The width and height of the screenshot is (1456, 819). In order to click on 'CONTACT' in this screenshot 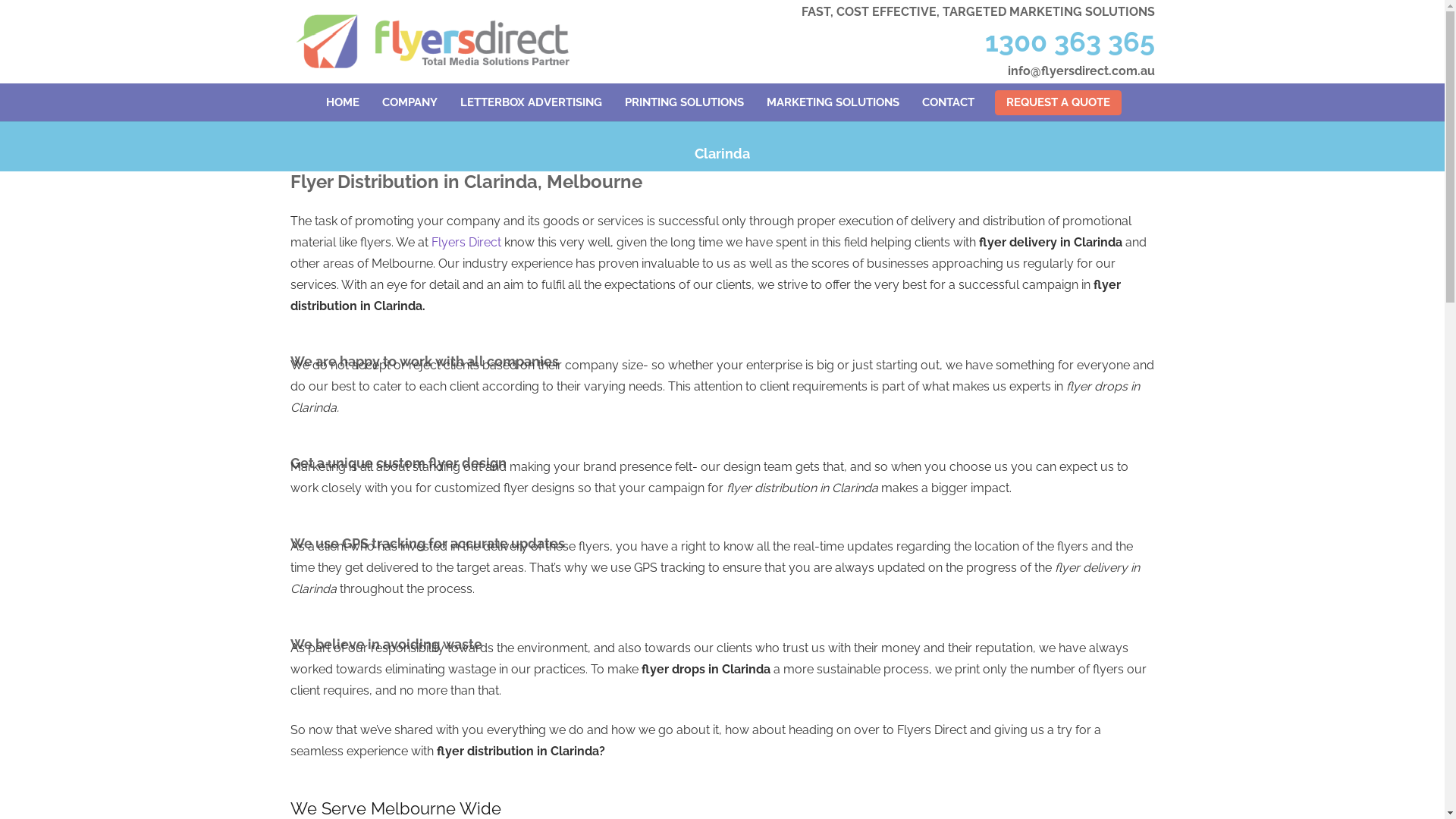, I will do `click(910, 102)`.